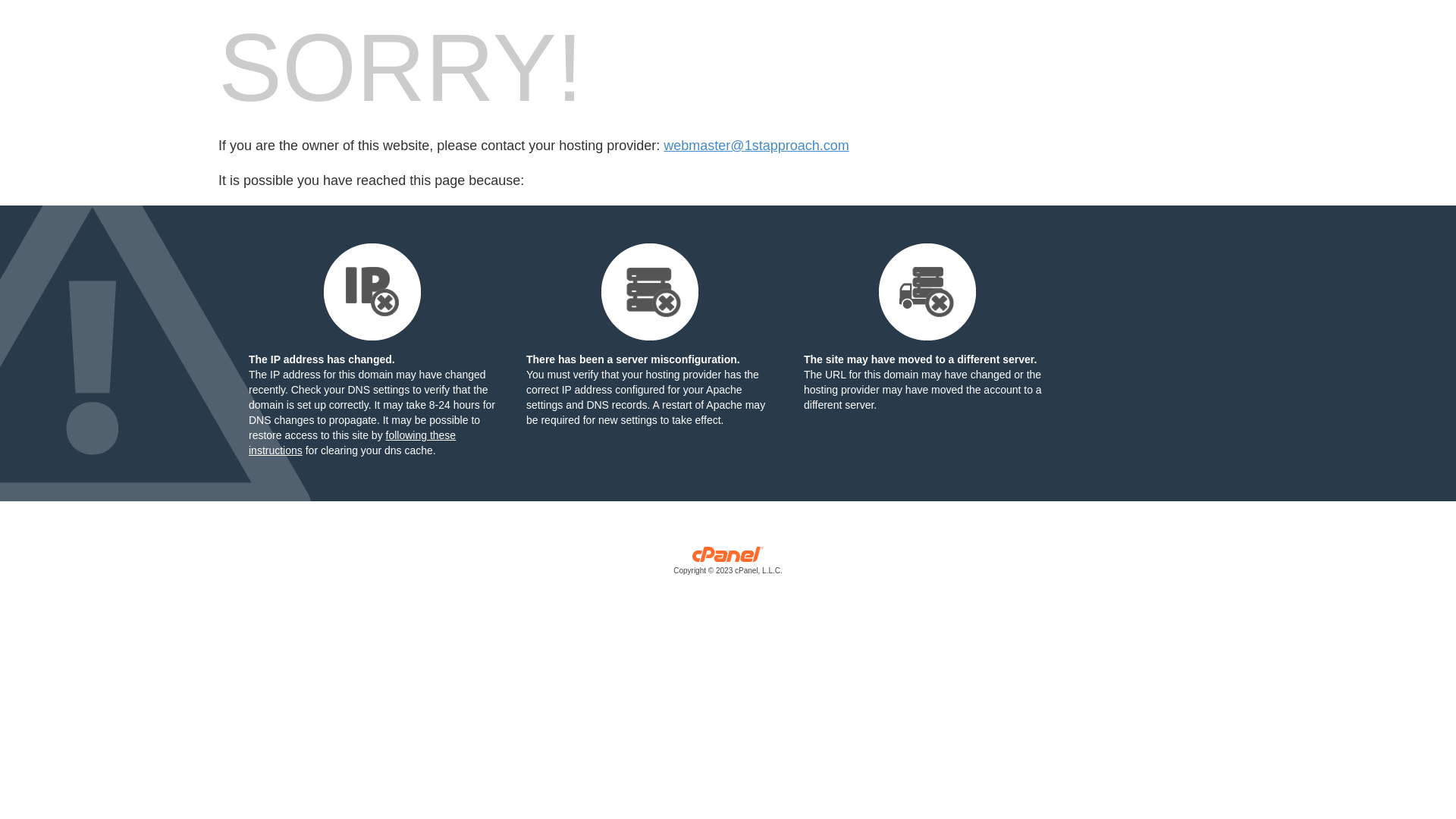 Image resolution: width=1456 pixels, height=819 pixels. Describe the element at coordinates (351, 442) in the screenshot. I see `'following these instructions'` at that location.